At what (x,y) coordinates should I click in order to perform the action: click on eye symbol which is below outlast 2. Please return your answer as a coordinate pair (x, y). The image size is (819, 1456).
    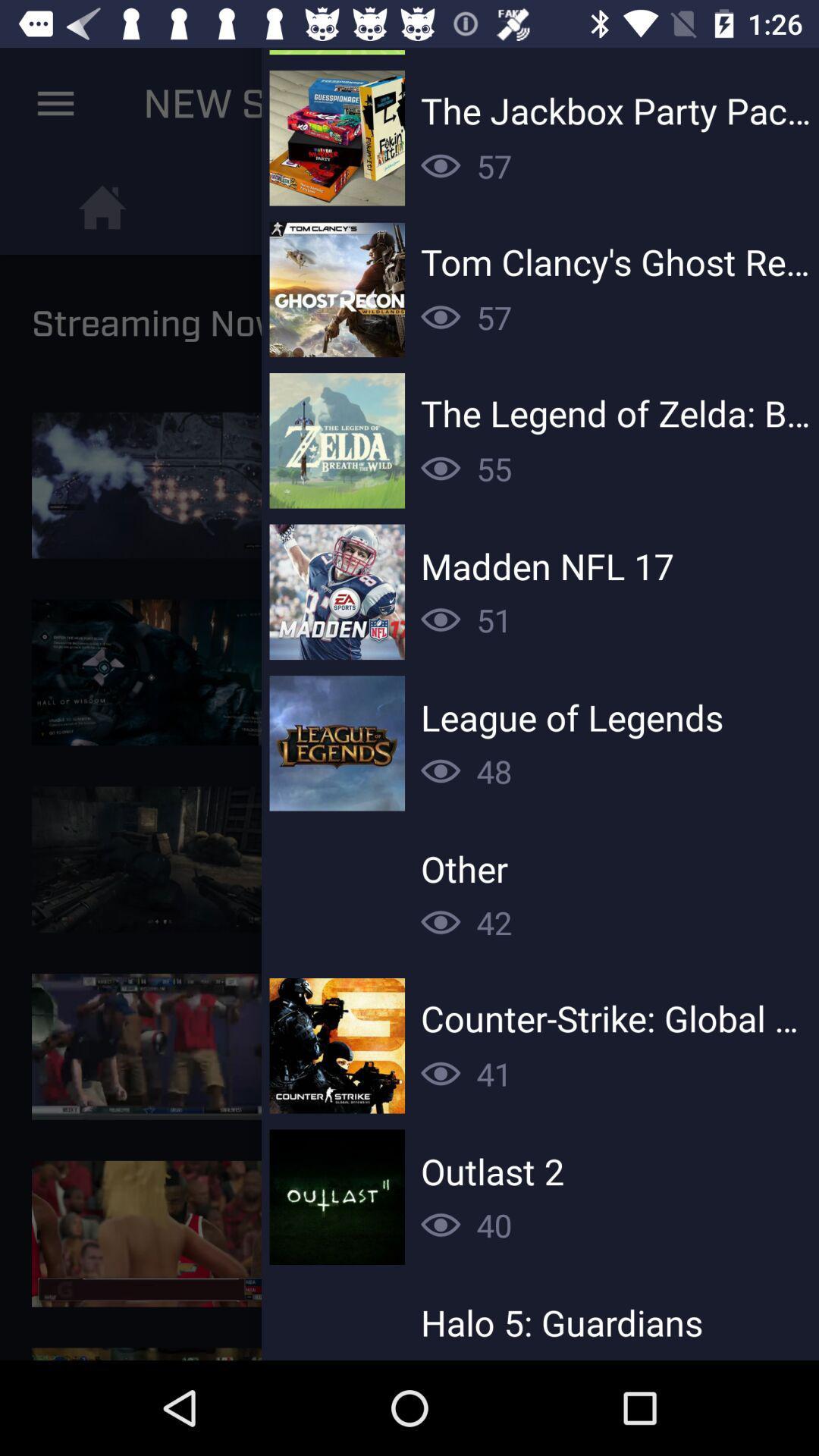
    Looking at the image, I should click on (441, 1225).